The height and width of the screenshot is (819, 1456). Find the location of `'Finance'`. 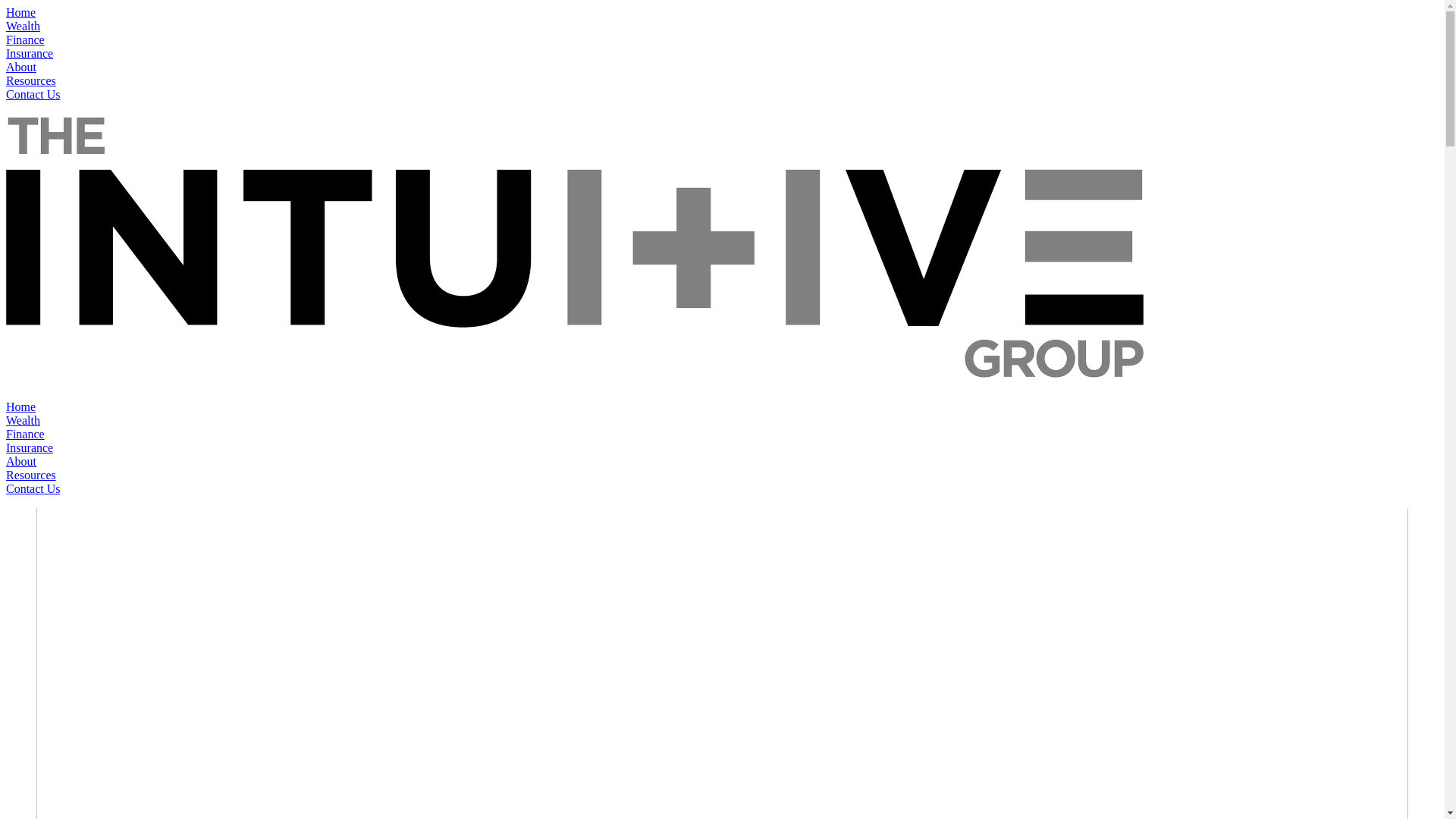

'Finance' is located at coordinates (25, 434).